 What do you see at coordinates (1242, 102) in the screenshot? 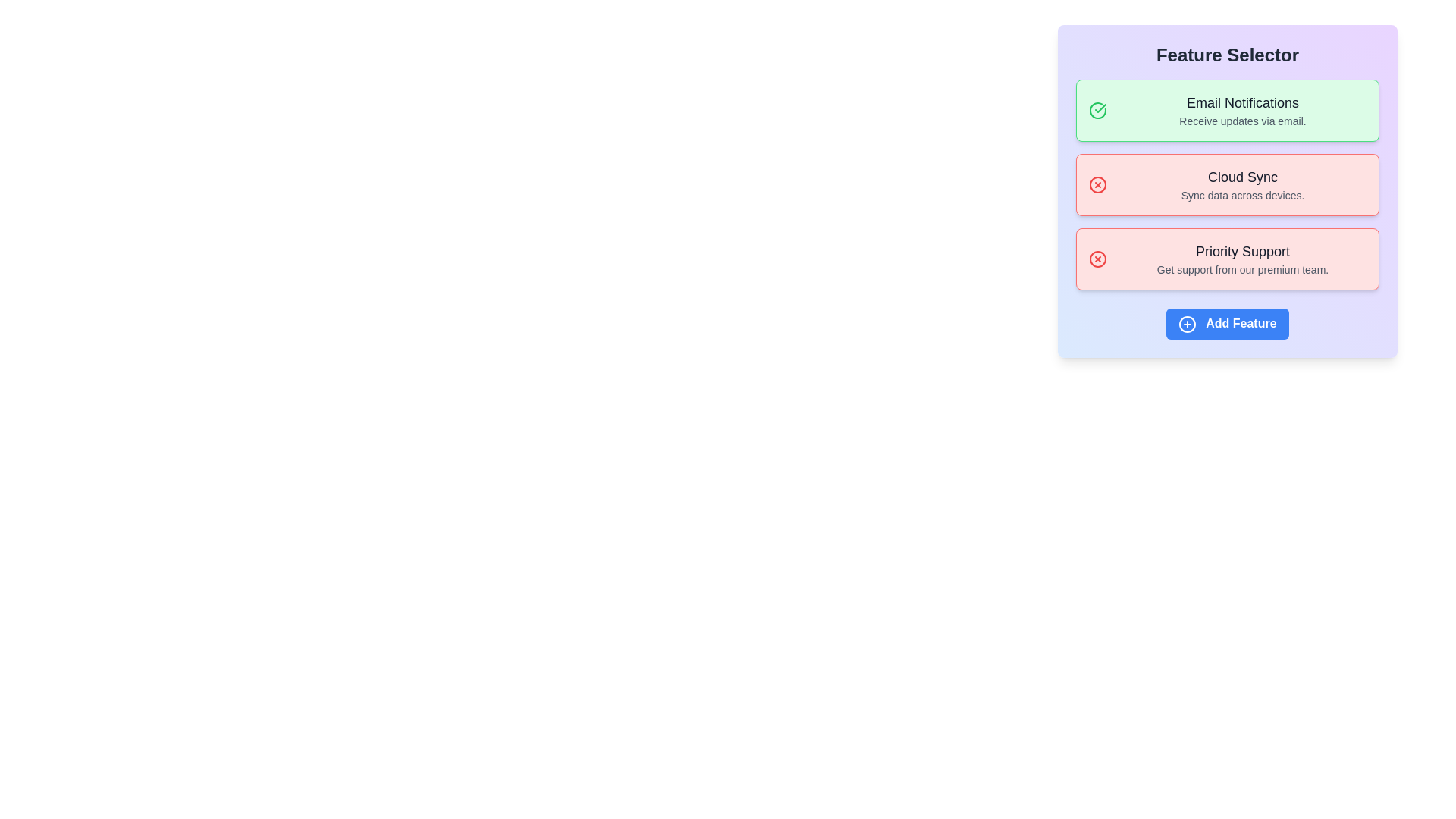
I see `the text label that serves as the title or heading for the feature card, which is centrally aligned within the green-highlighted card in the 'Feature Selector' section` at bounding box center [1242, 102].